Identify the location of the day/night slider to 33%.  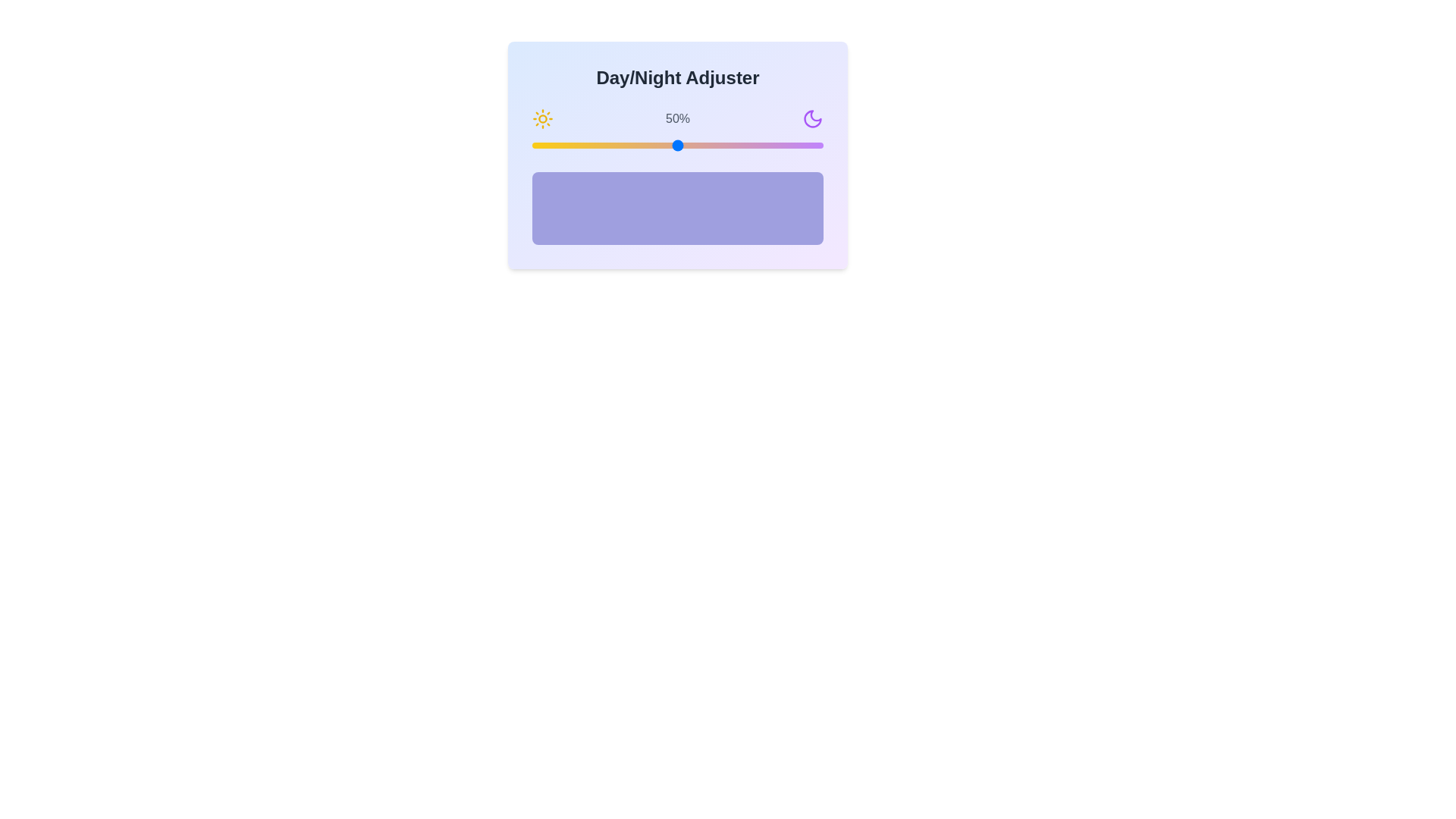
(628, 146).